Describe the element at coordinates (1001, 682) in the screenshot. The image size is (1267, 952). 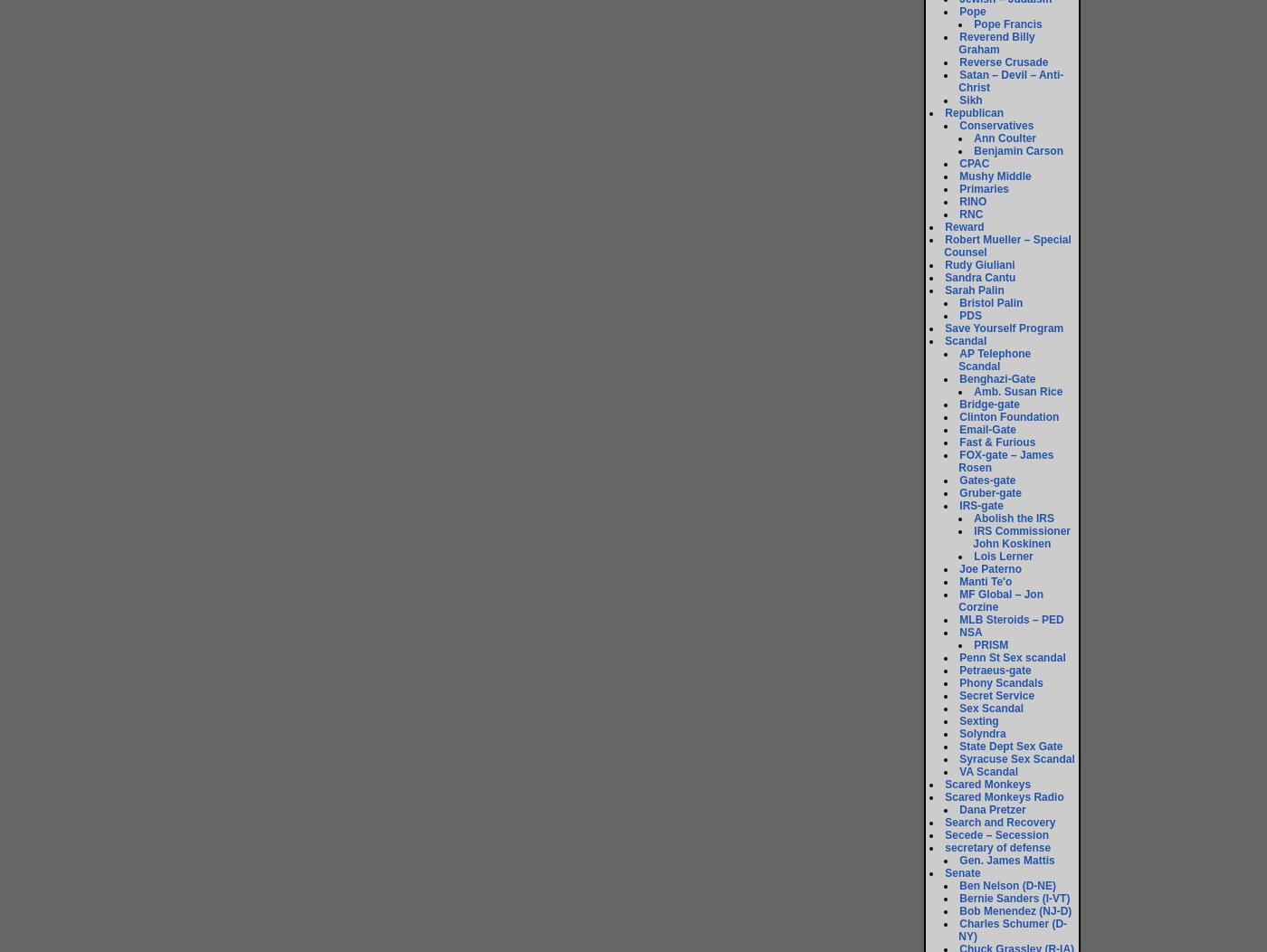
I see `'Phony Scandals'` at that location.